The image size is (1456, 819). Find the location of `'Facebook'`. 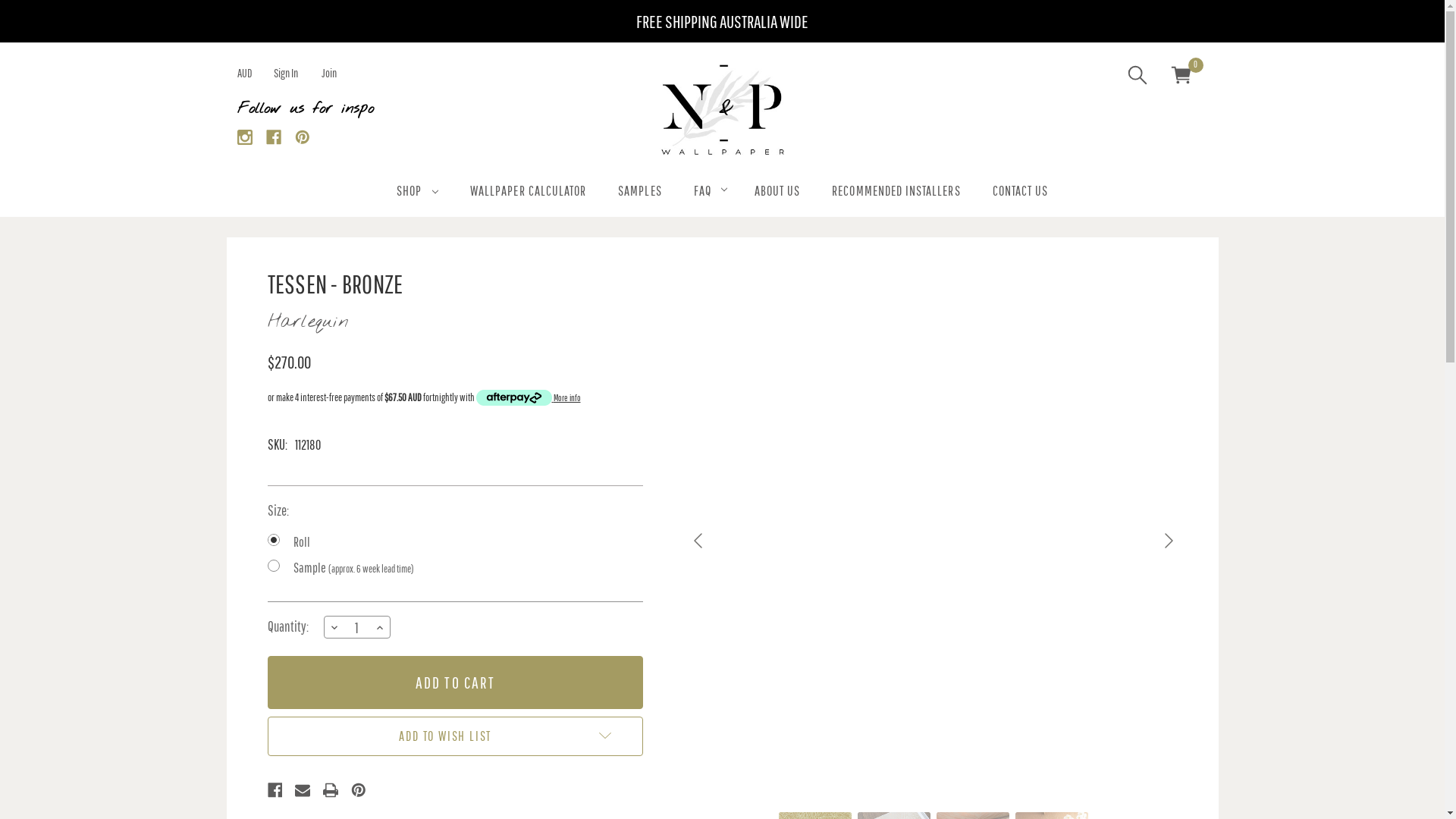

'Facebook' is located at coordinates (273, 136).